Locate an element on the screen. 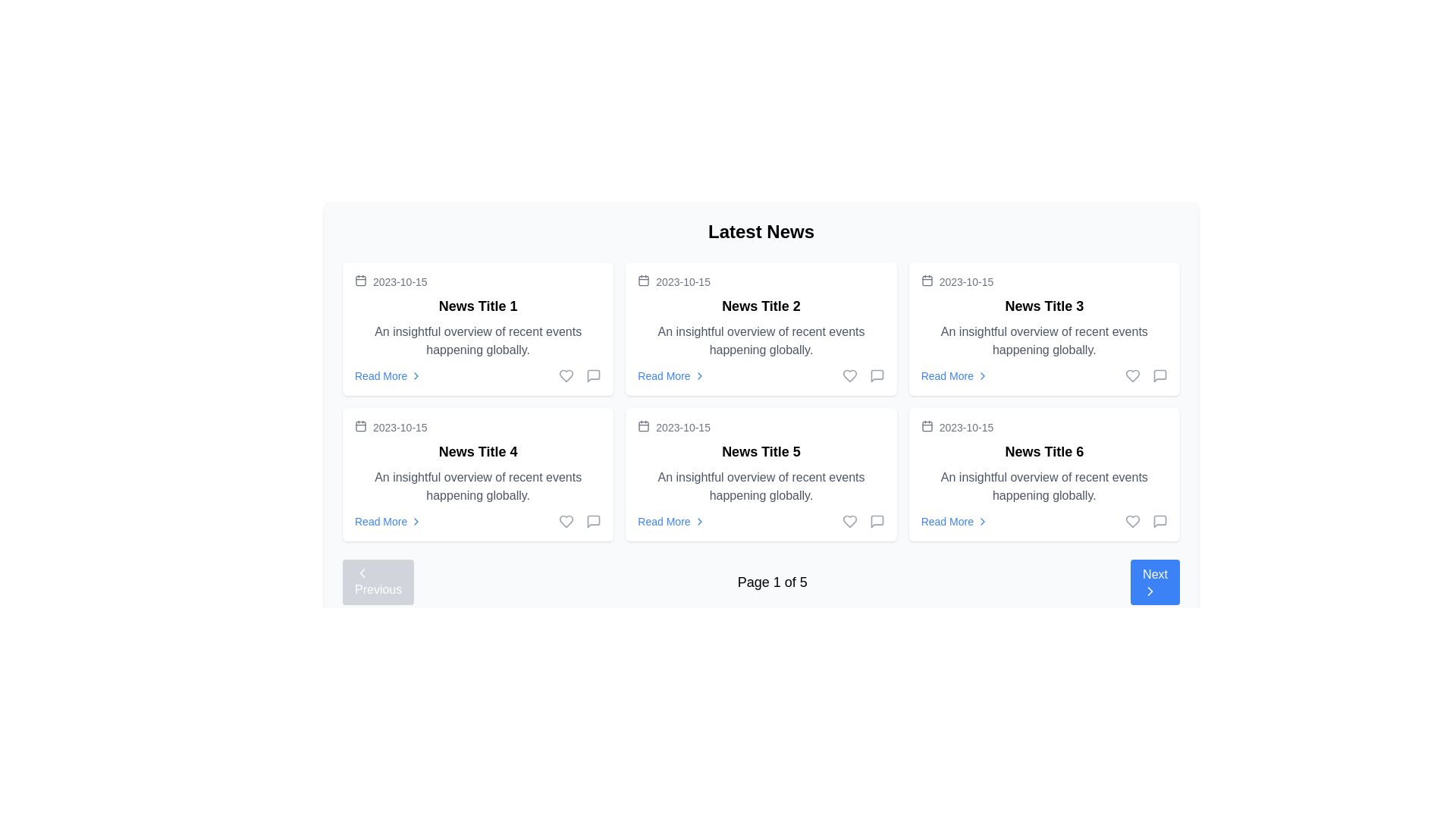 The height and width of the screenshot is (819, 1456). the hyperlink located beneath 'News Title 2' in the 'Latest News' section is located at coordinates (670, 375).